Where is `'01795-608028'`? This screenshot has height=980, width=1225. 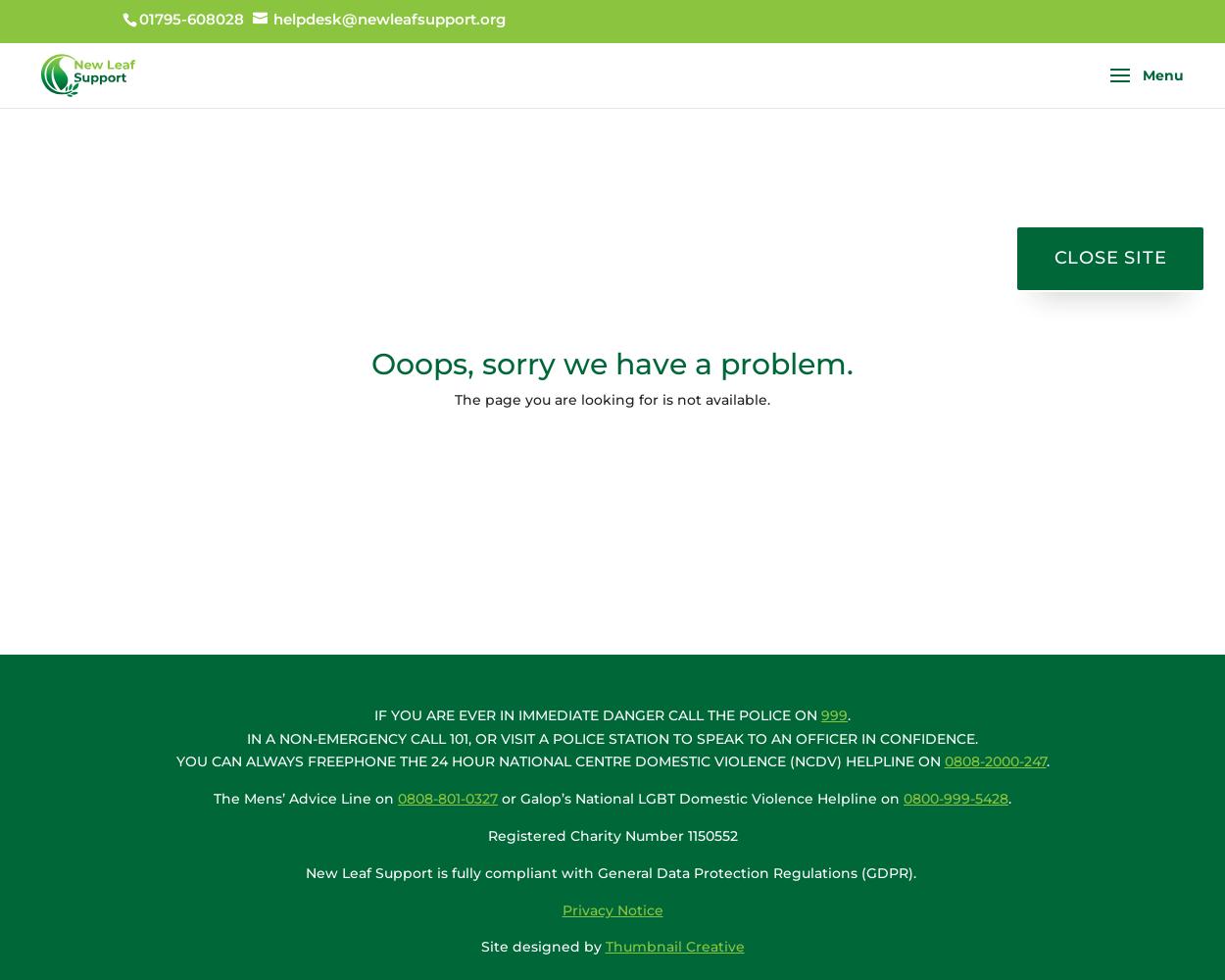 '01795-608028' is located at coordinates (190, 19).